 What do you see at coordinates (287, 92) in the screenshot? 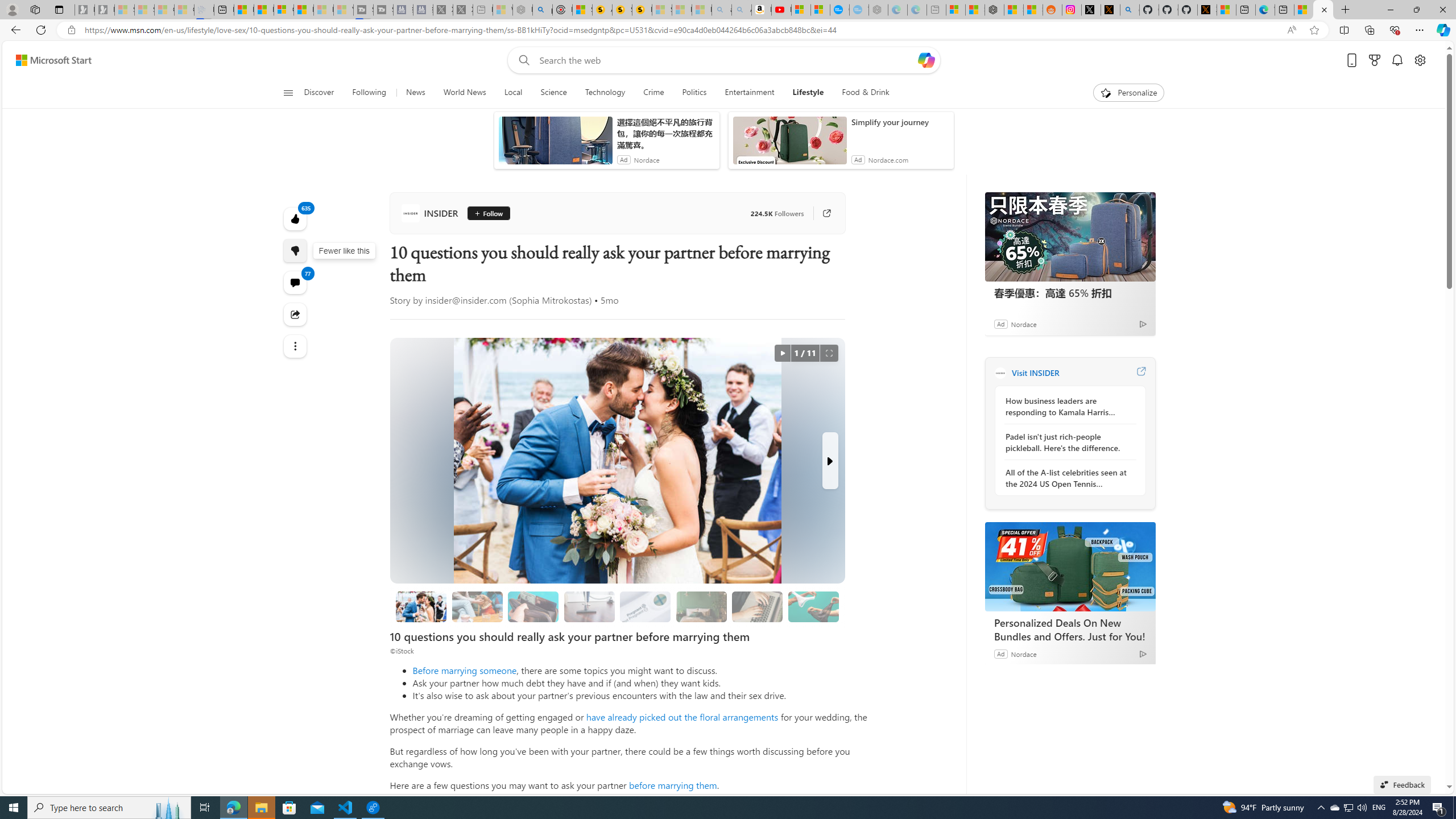
I see `'Class: button-glyph'` at bounding box center [287, 92].